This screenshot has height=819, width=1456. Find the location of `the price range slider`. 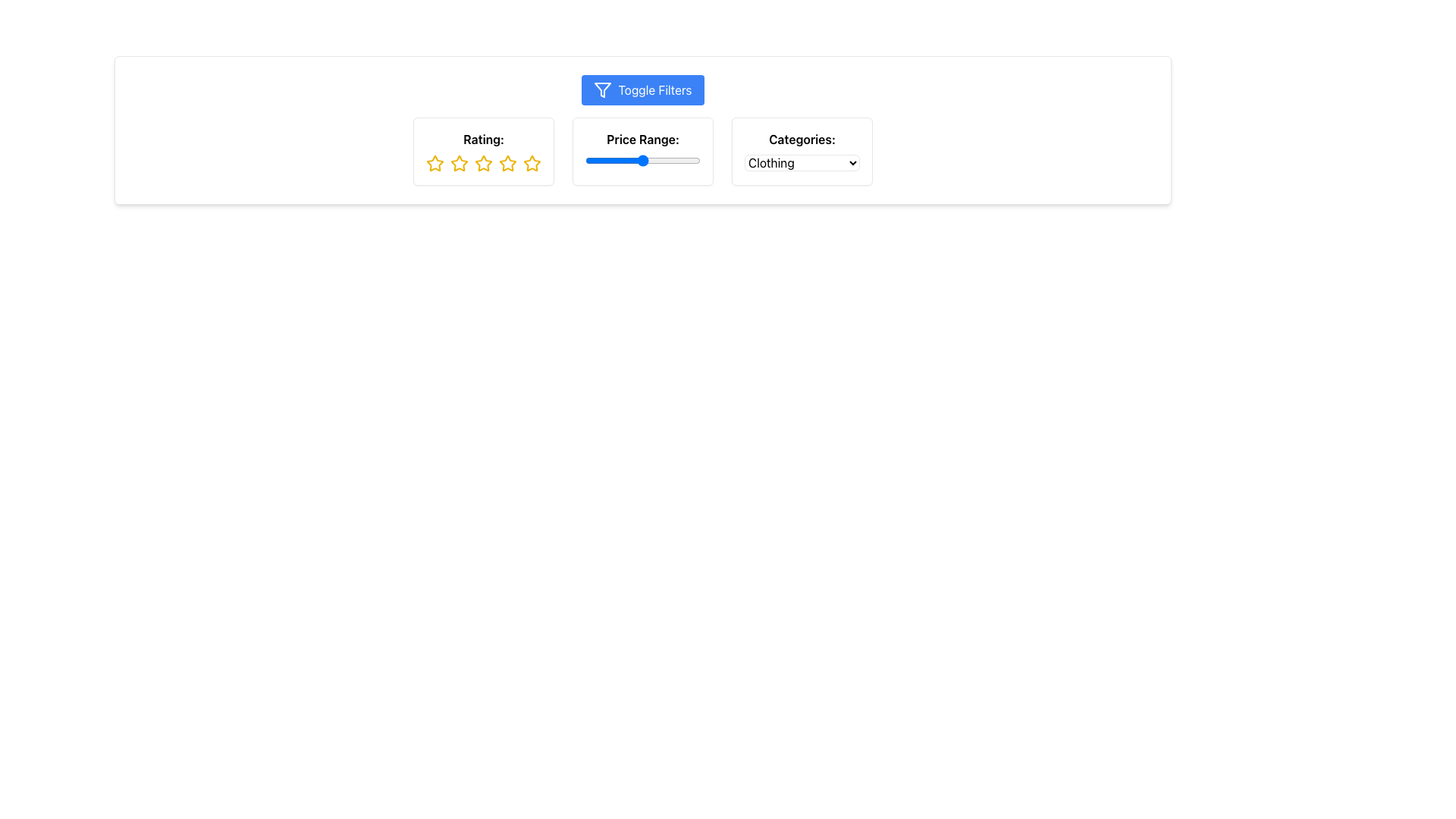

the price range slider is located at coordinates (689, 161).